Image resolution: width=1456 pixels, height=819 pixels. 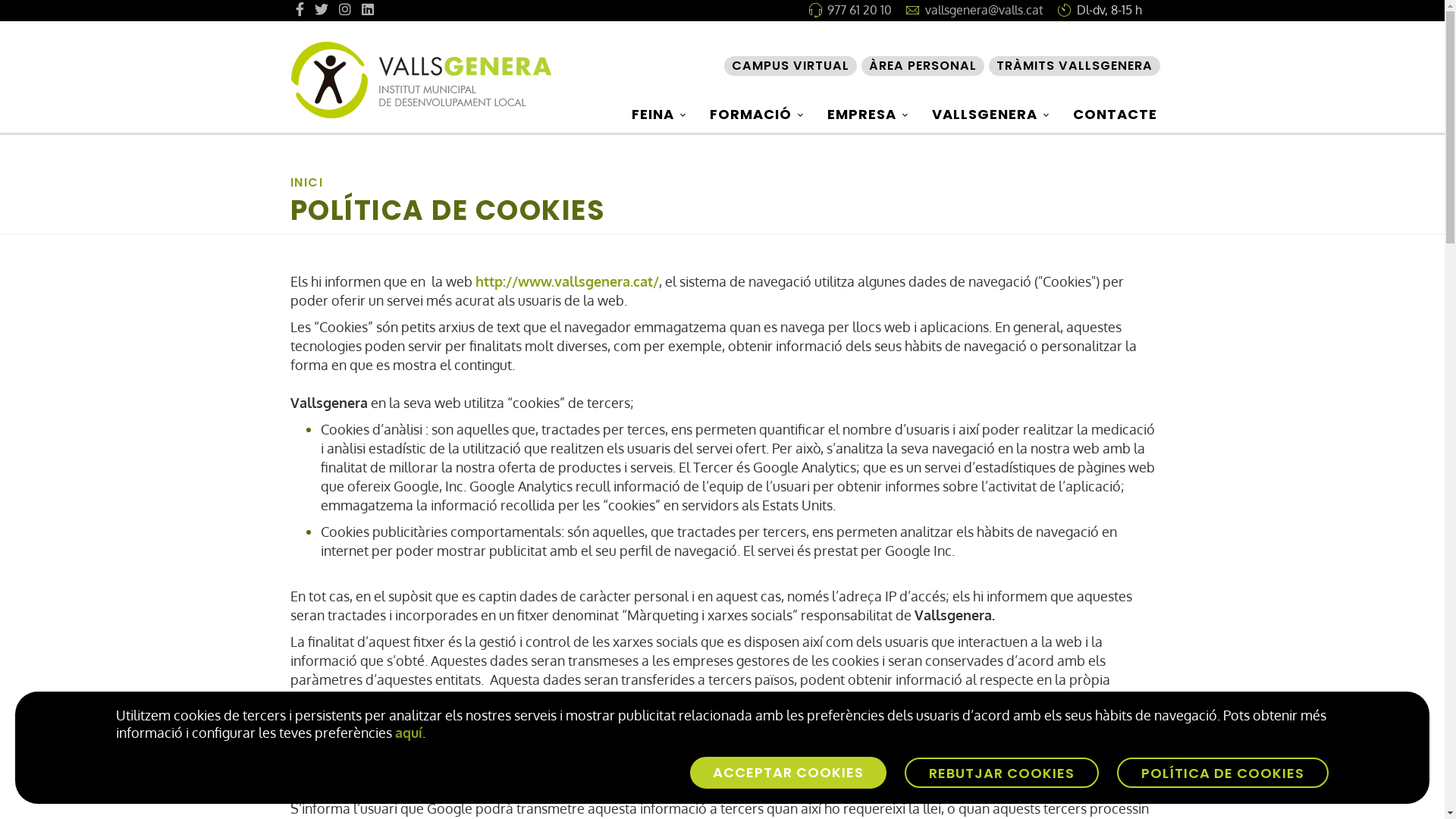 What do you see at coordinates (548, 698) in the screenshot?
I see `'https://policies.google.com/privacy?hl=es'` at bounding box center [548, 698].